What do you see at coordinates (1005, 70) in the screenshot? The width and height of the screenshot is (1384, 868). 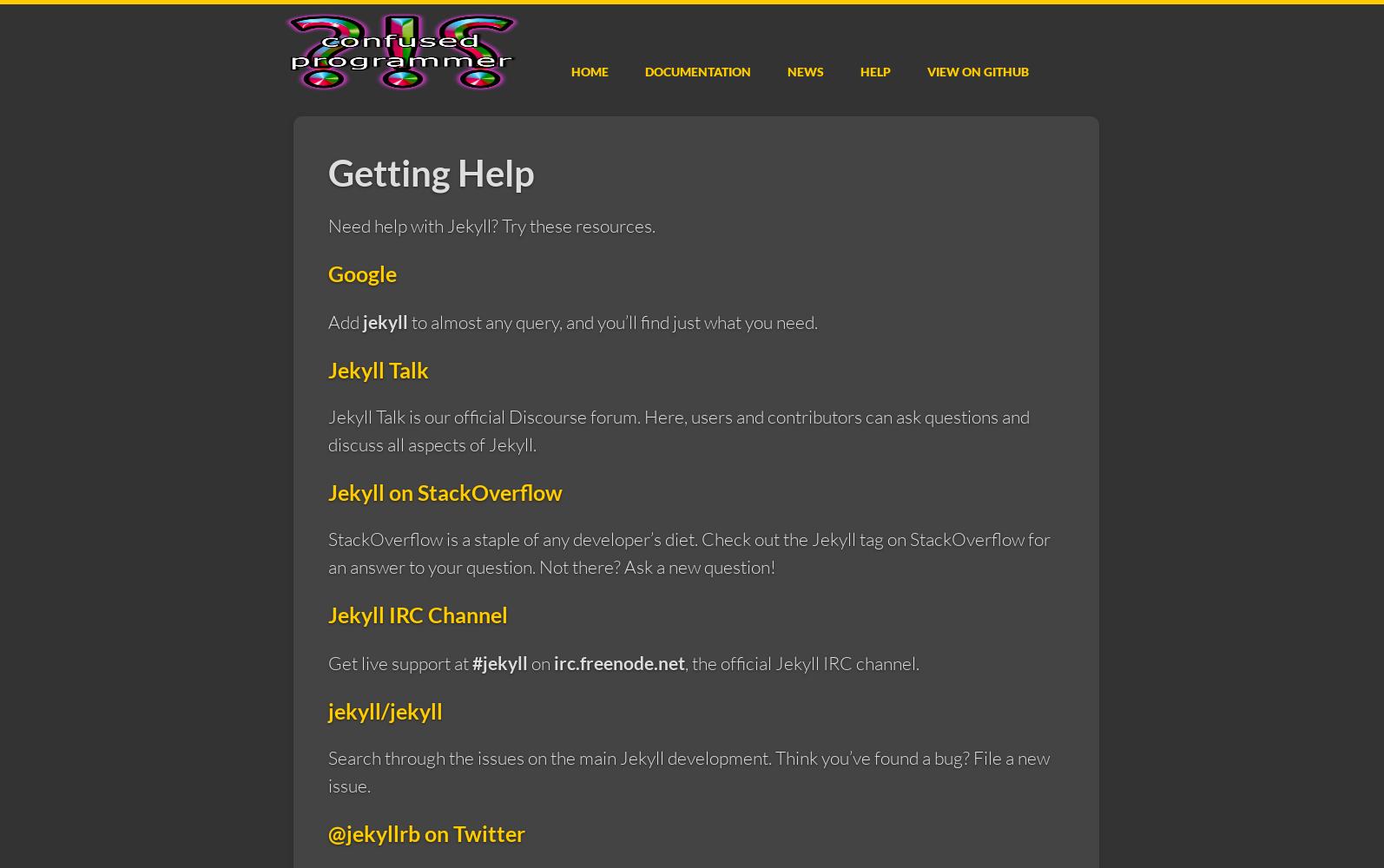 I see `'GitHub'` at bounding box center [1005, 70].